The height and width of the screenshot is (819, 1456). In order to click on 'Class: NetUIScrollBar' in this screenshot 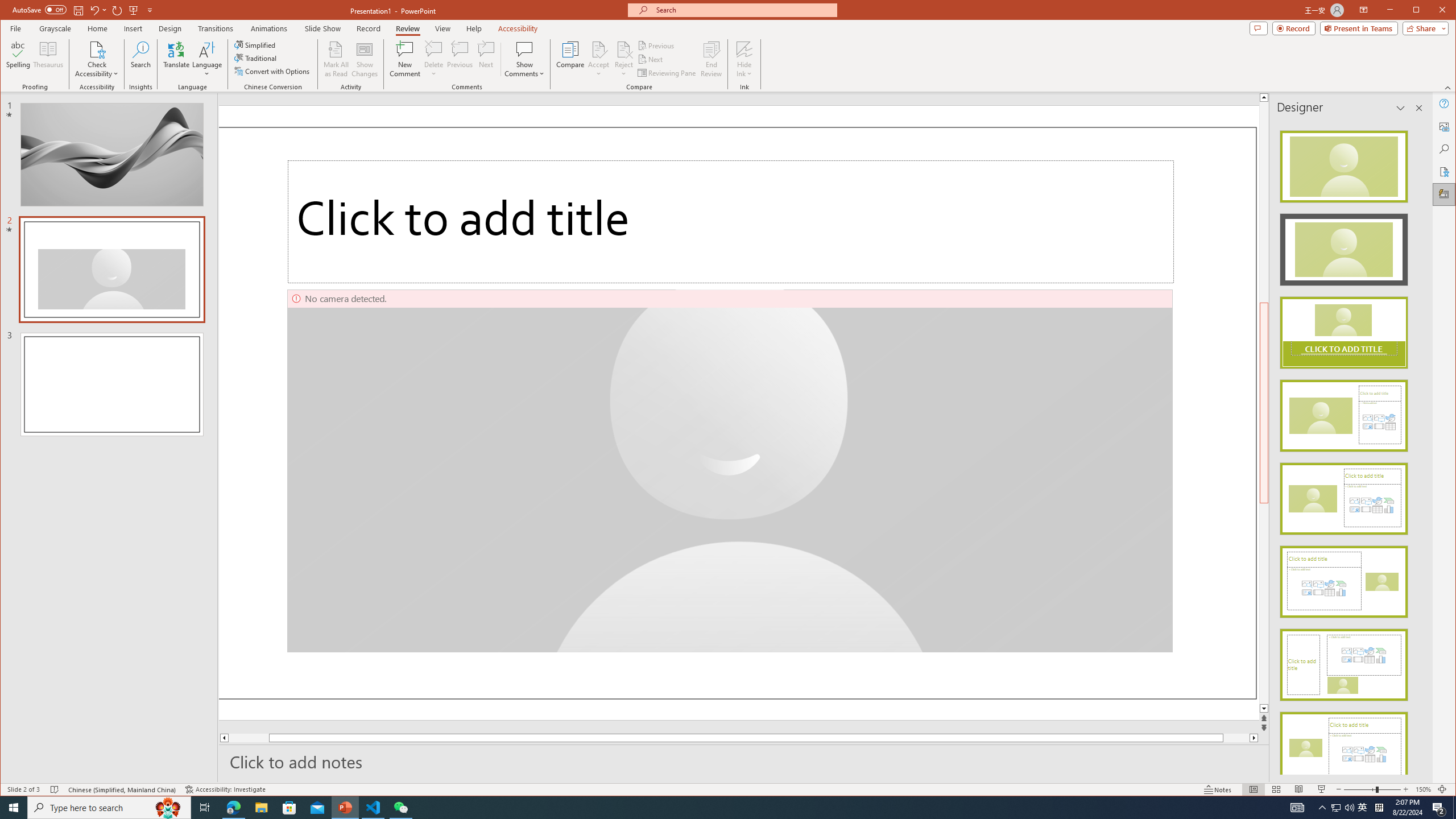, I will do `click(1417, 447)`.